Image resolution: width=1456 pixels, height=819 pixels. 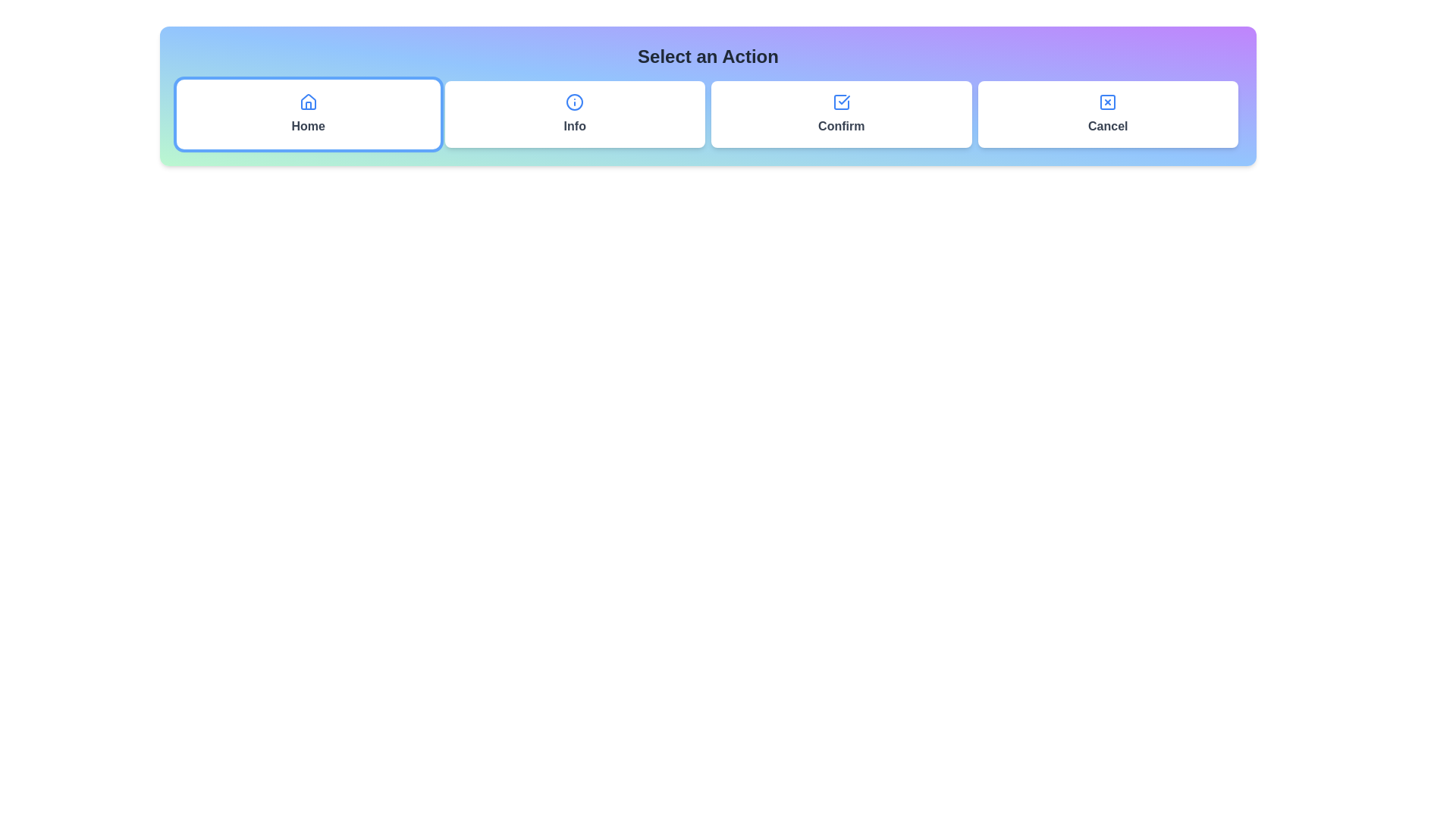 I want to click on the Confirm button to change the active icon, so click(x=840, y=113).